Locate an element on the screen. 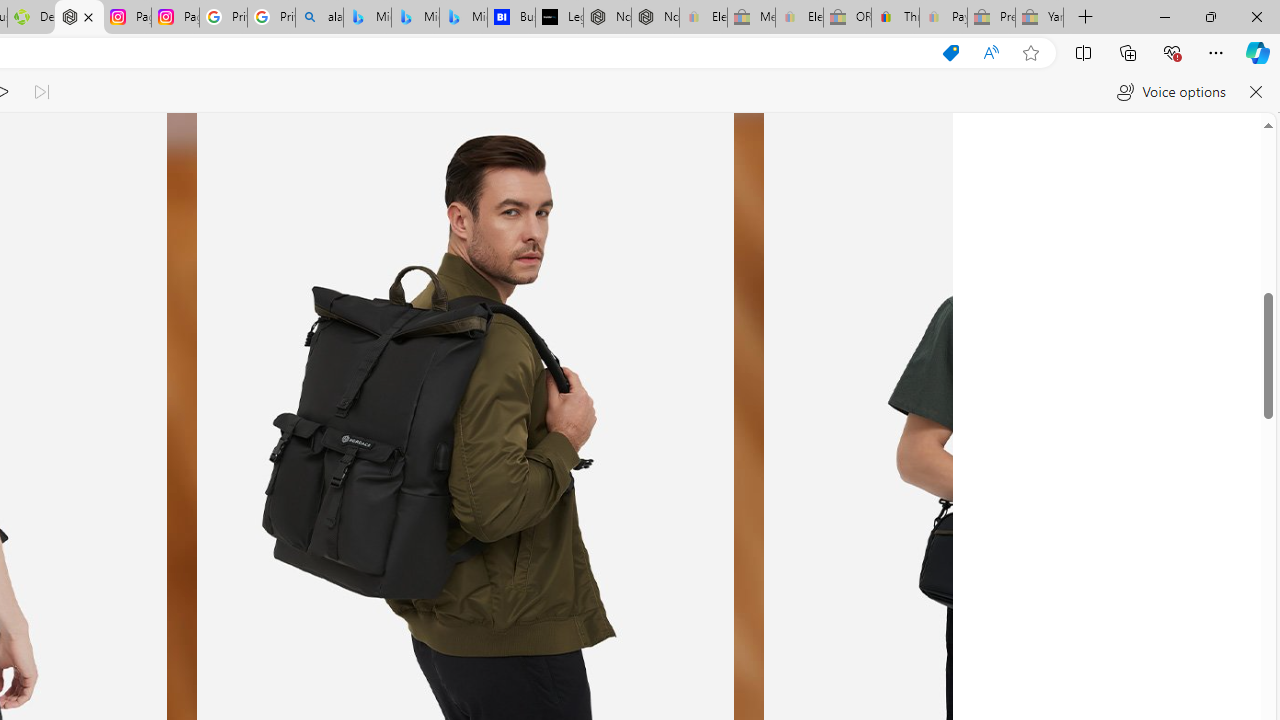 This screenshot has height=720, width=1280. 'Settings and more (Alt+F)' is located at coordinates (1215, 51).